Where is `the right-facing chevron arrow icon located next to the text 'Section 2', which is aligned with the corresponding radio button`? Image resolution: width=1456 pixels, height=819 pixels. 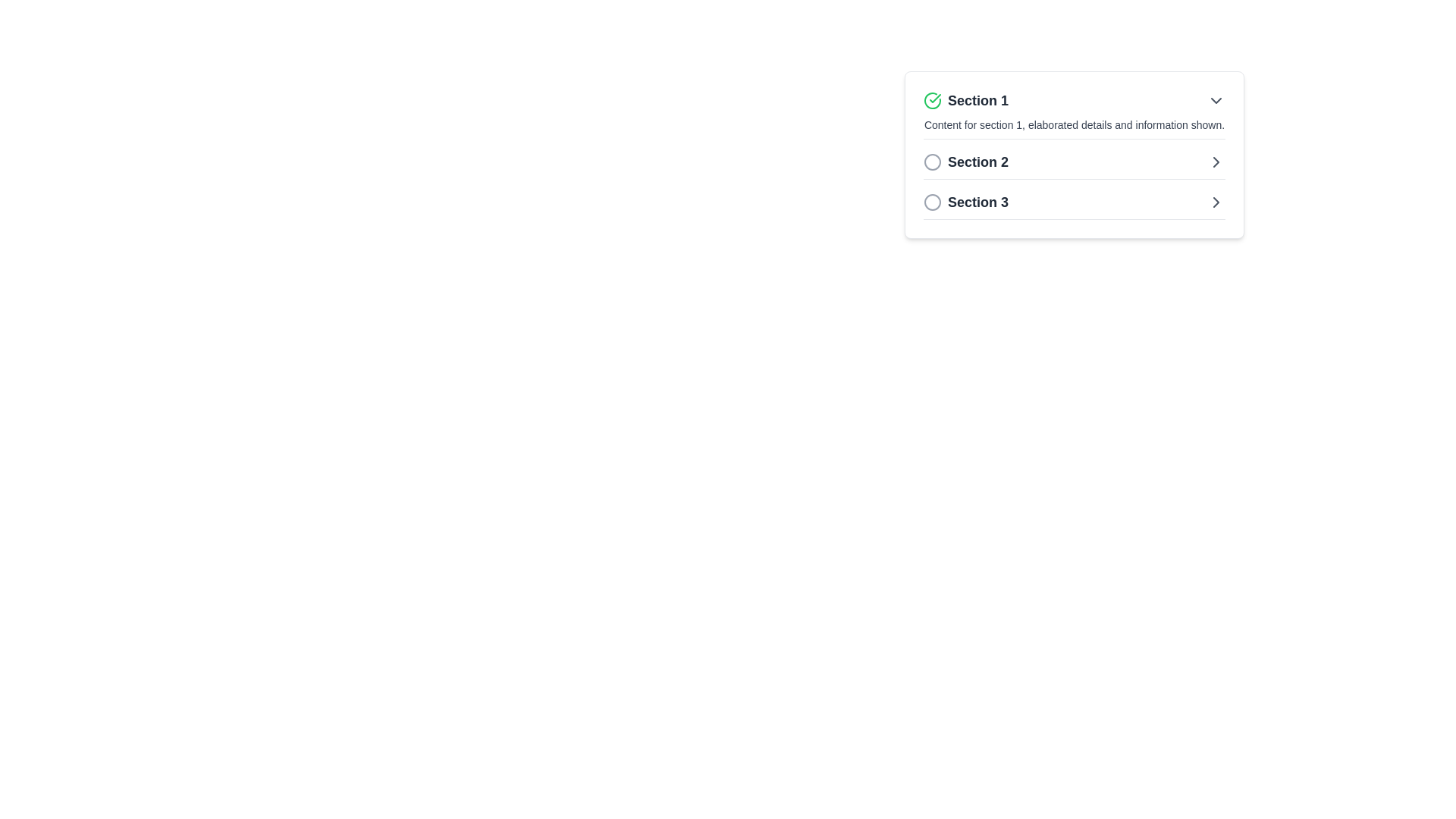
the right-facing chevron arrow icon located next to the text 'Section 2', which is aligned with the corresponding radio button is located at coordinates (1216, 162).